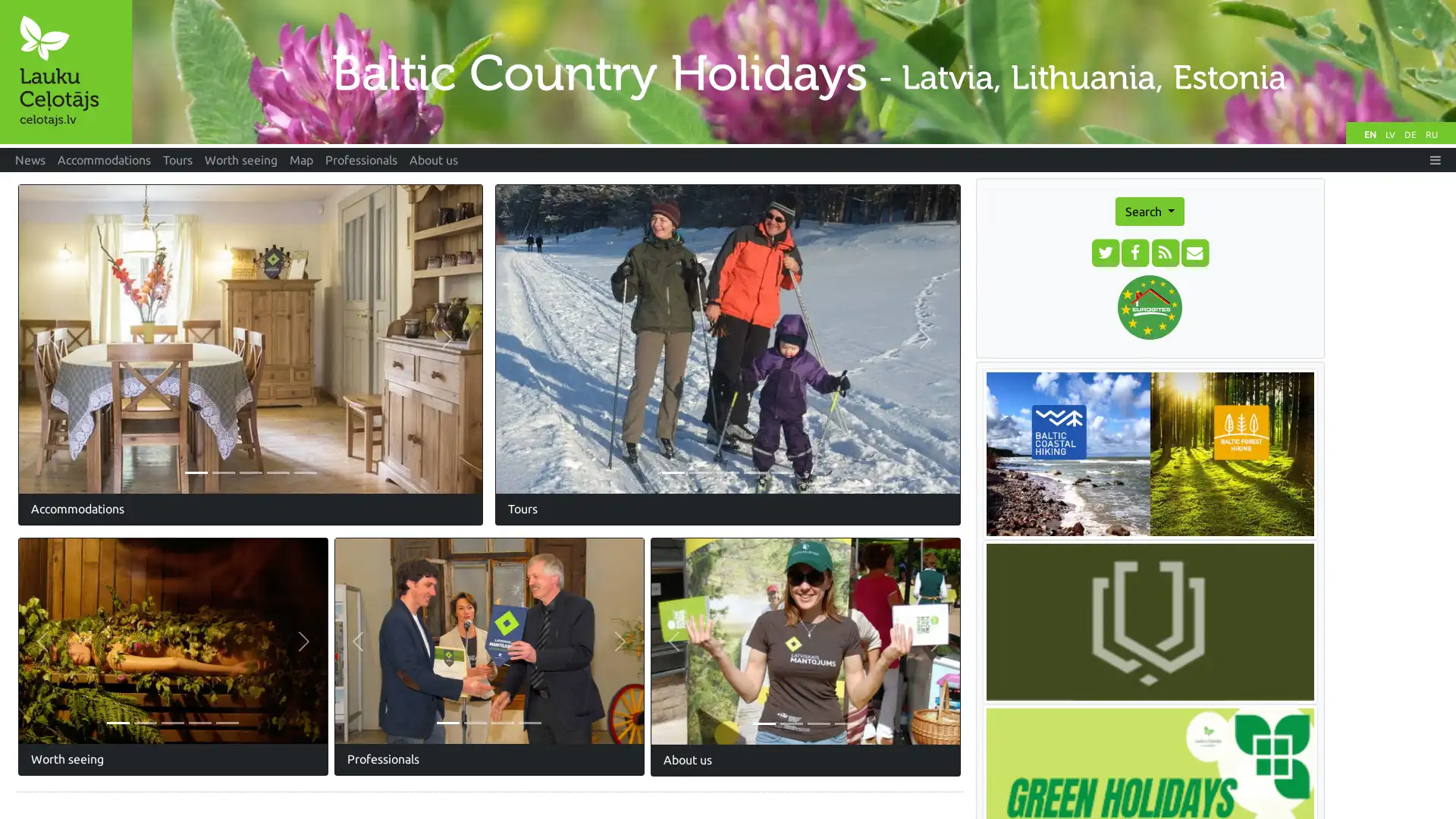 This screenshot has width=1456, height=819. What do you see at coordinates (53, 338) in the screenshot?
I see `Previous` at bounding box center [53, 338].